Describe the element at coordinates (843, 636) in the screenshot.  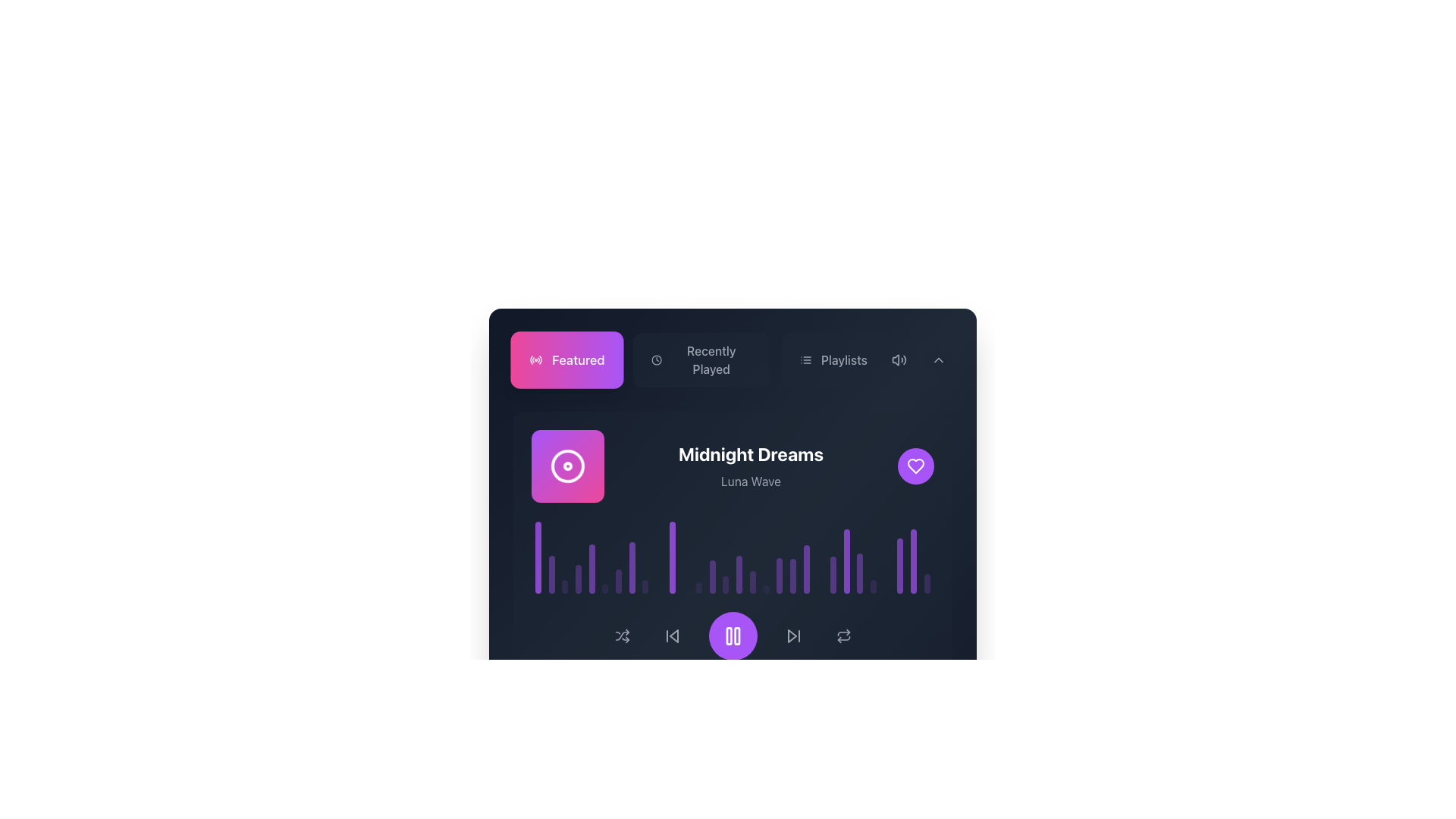
I see `the repeat functionality button located in the bottom control bar` at that location.